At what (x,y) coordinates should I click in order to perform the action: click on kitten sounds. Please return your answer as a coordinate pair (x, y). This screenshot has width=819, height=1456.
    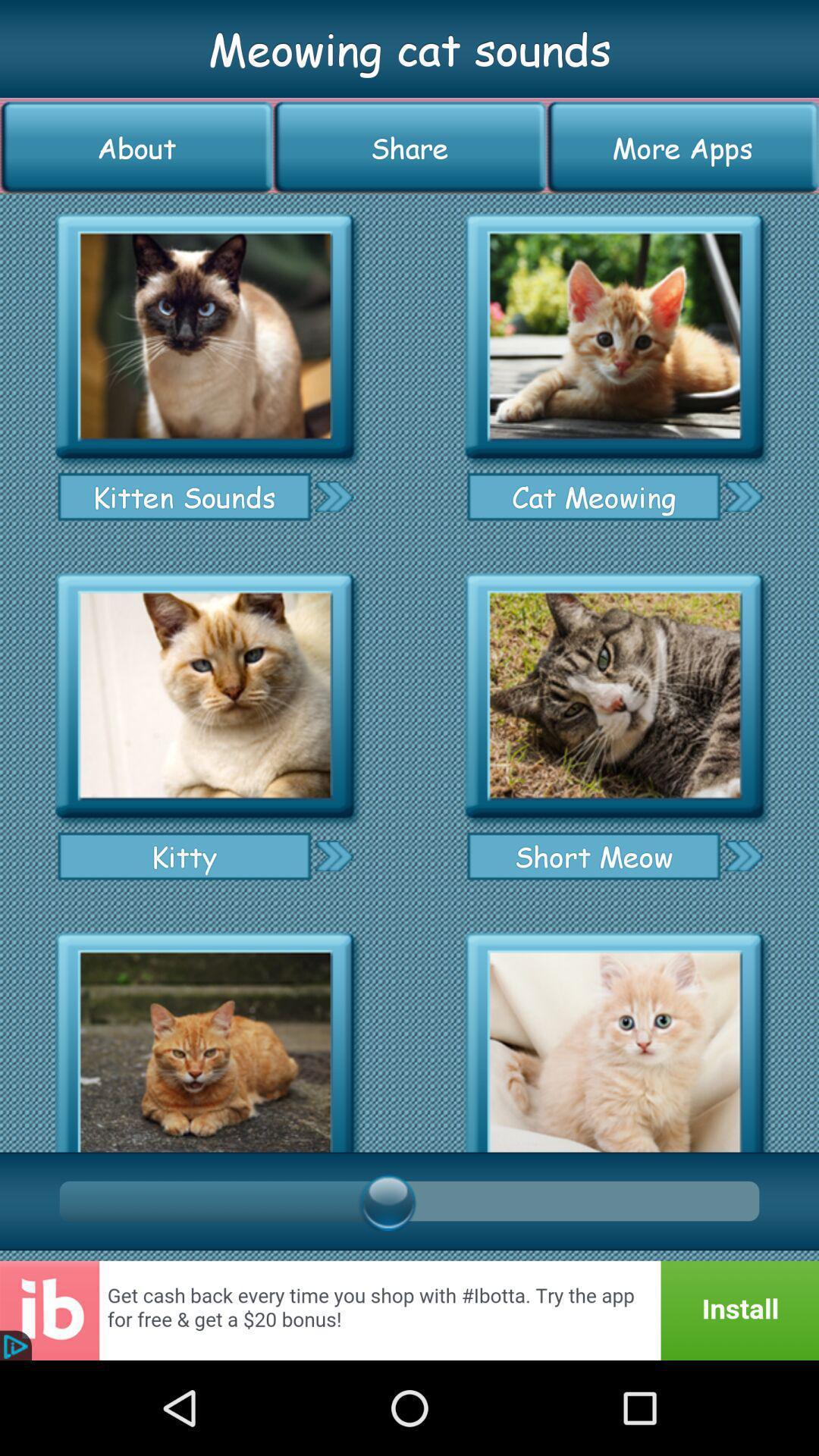
    Looking at the image, I should click on (205, 336).